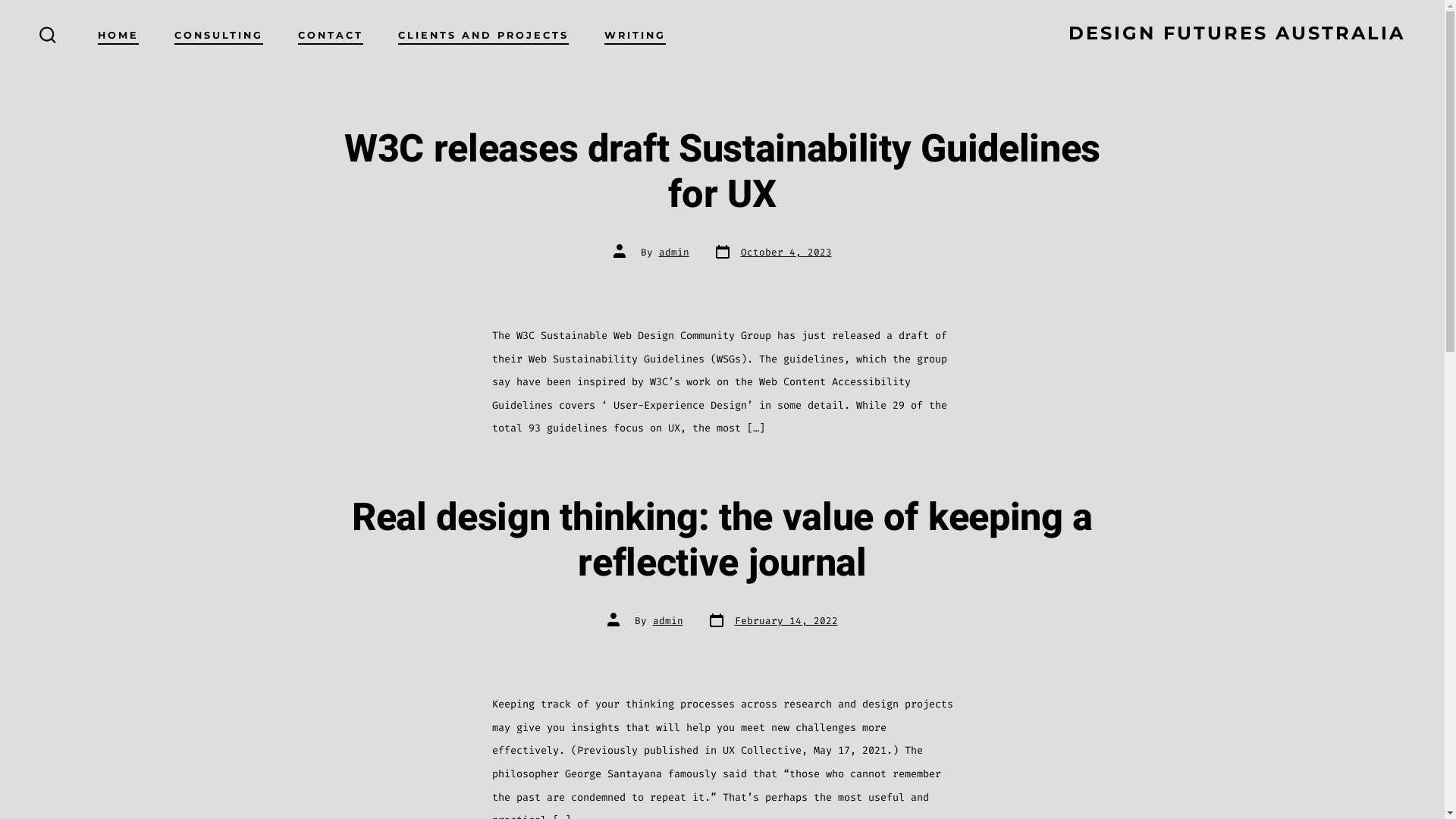 The image size is (1456, 819). What do you see at coordinates (603, 35) in the screenshot?
I see `'WRITING'` at bounding box center [603, 35].